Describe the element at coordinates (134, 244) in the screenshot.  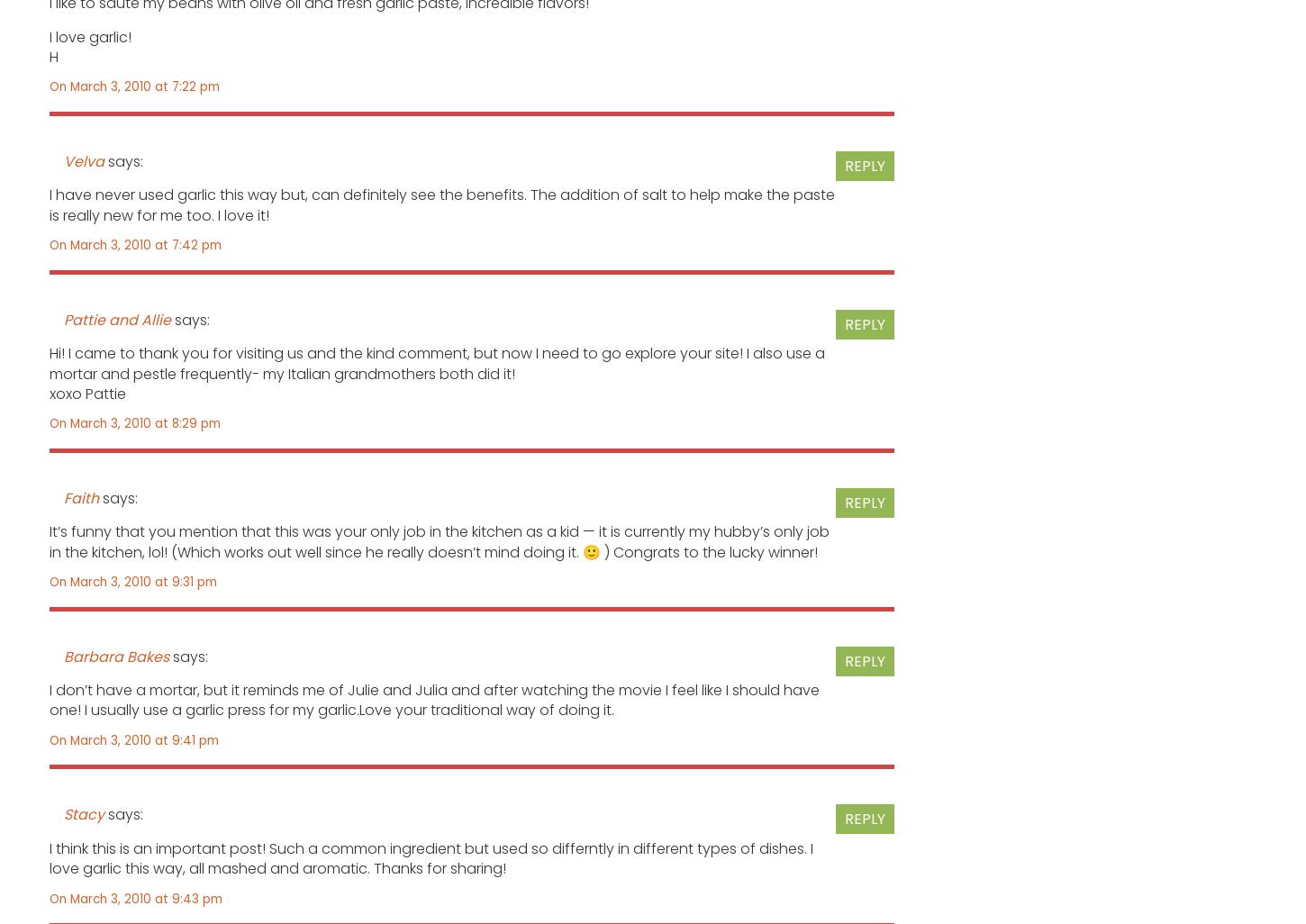
I see `'On March 3, 2010 at 7:42 pm'` at that location.